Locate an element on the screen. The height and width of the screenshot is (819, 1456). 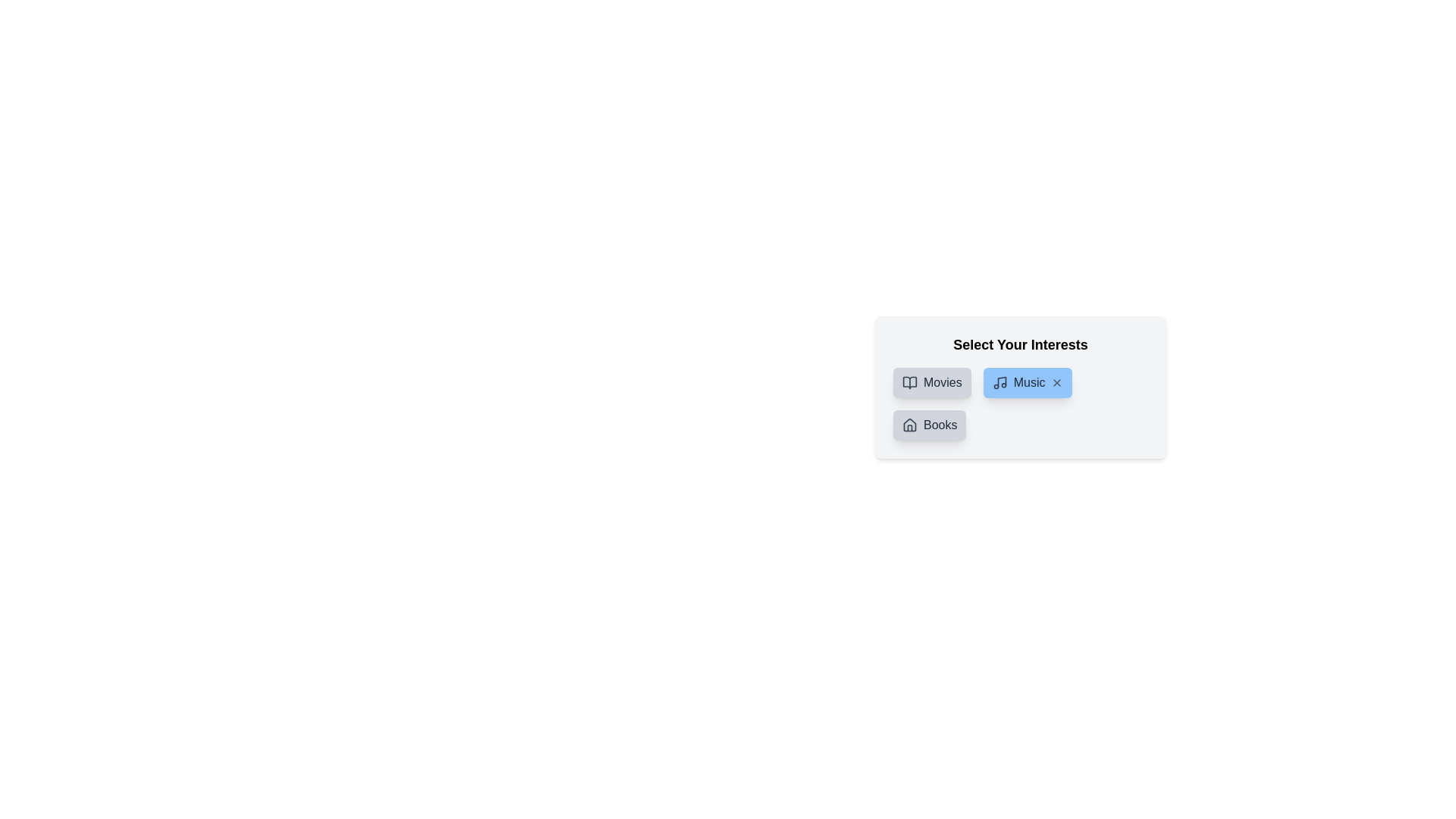
the 'Books' button to toggle its selection state is located at coordinates (928, 425).